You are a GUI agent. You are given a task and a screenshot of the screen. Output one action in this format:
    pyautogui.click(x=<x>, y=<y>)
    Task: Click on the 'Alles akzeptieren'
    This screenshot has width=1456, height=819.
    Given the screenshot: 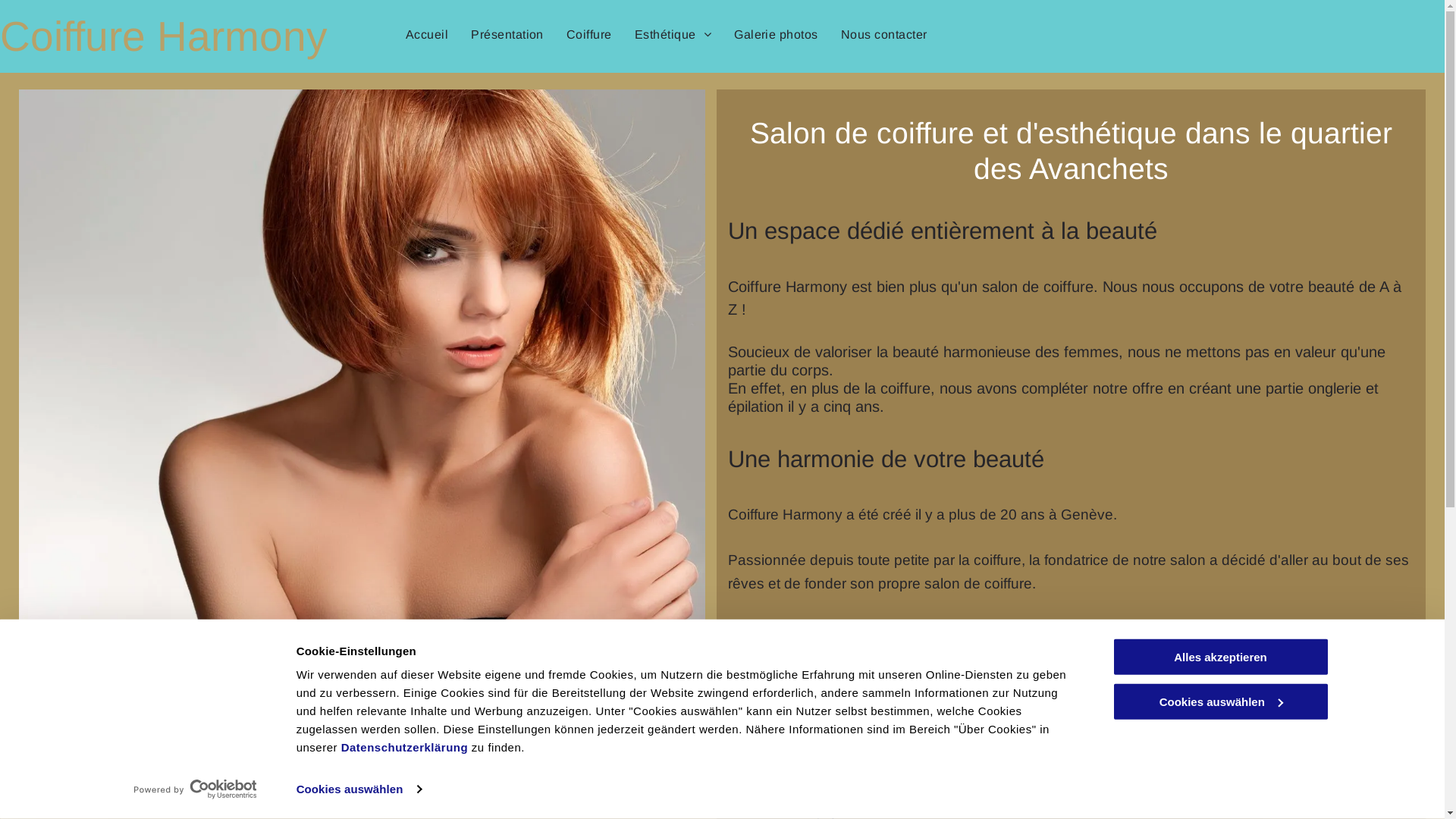 What is the action you would take?
    pyautogui.click(x=1219, y=656)
    